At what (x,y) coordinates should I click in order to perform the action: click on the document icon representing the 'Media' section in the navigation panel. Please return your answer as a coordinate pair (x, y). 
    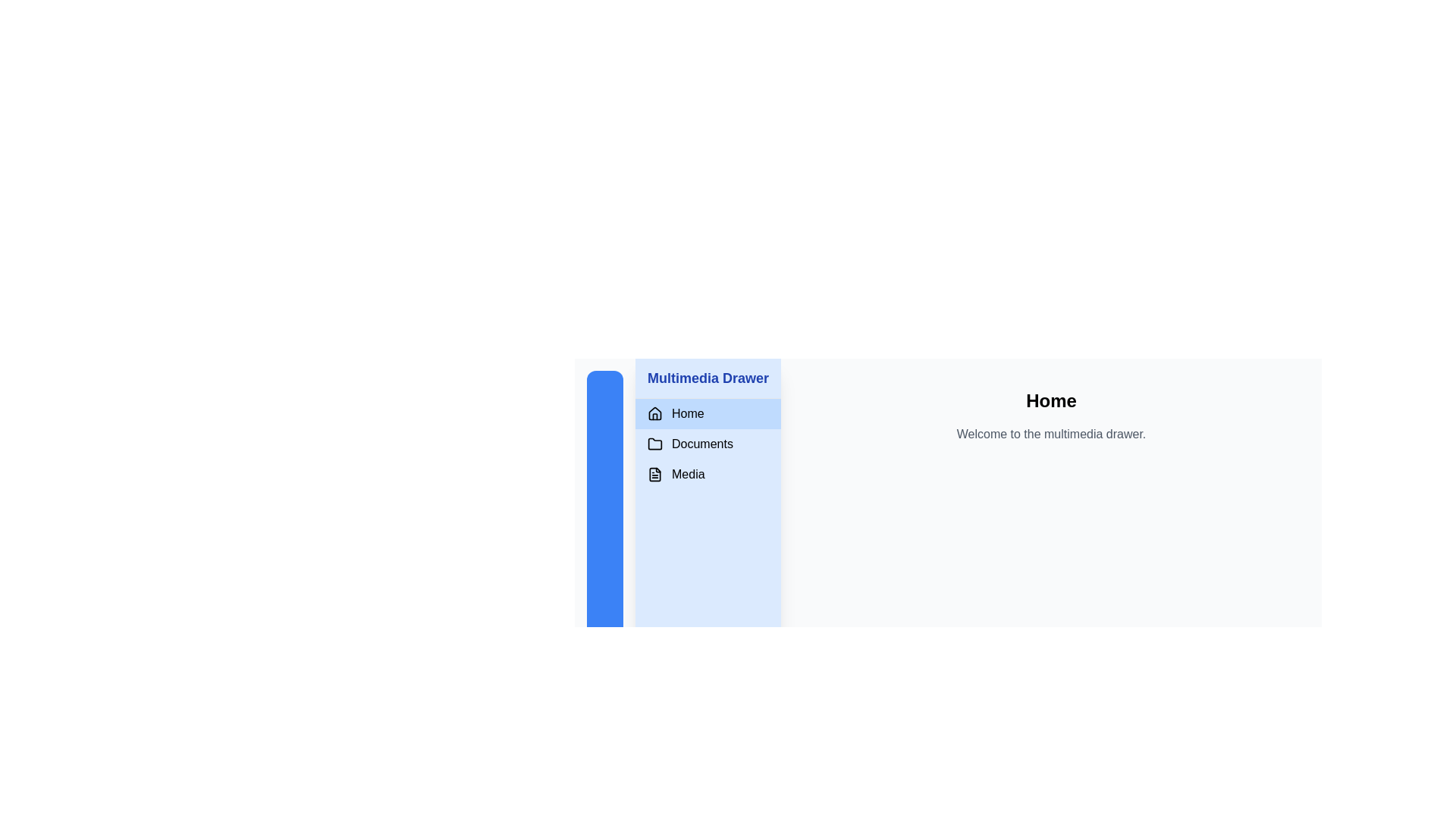
    Looking at the image, I should click on (655, 473).